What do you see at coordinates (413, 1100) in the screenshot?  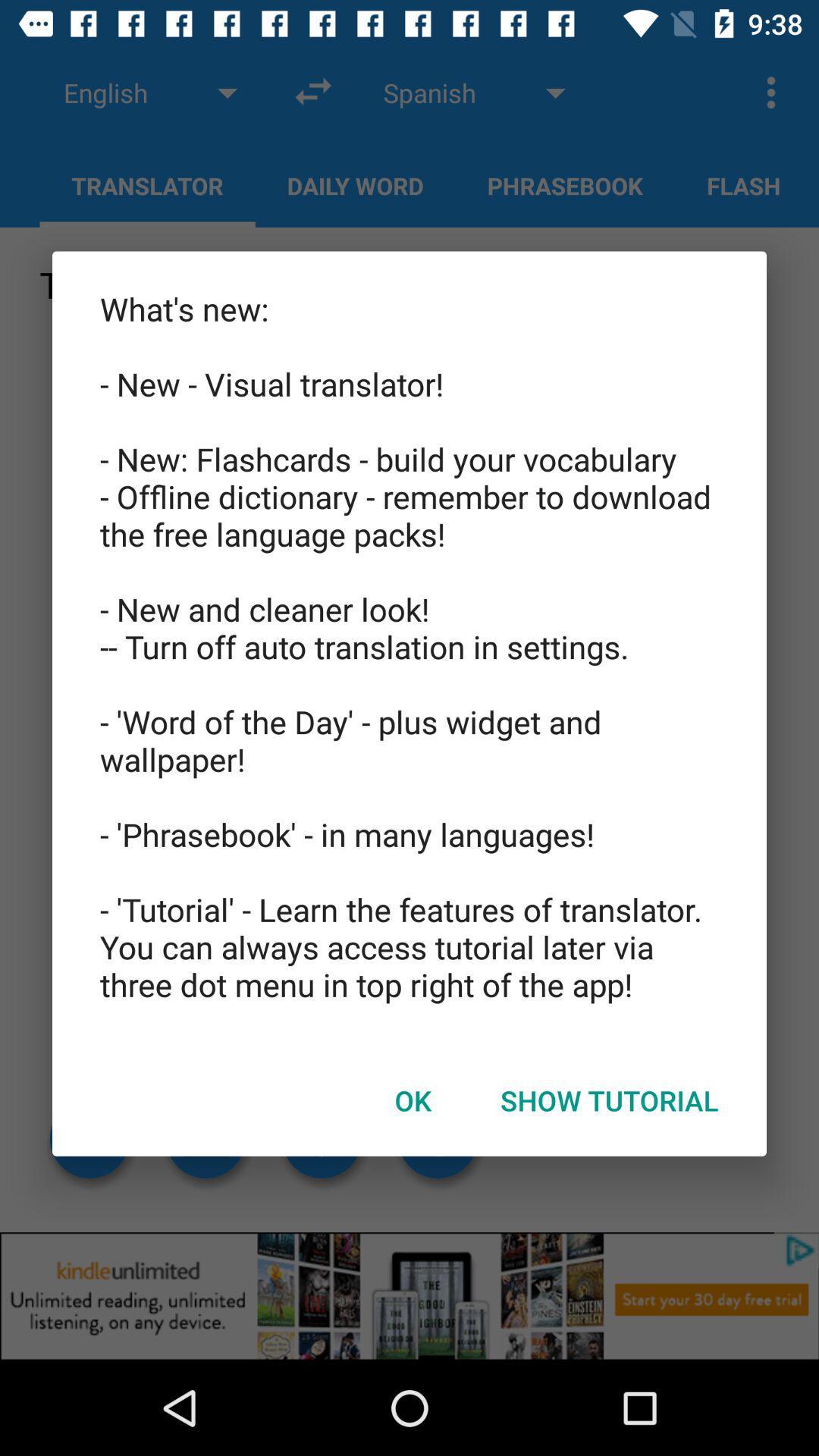 I see `icon below what s new` at bounding box center [413, 1100].